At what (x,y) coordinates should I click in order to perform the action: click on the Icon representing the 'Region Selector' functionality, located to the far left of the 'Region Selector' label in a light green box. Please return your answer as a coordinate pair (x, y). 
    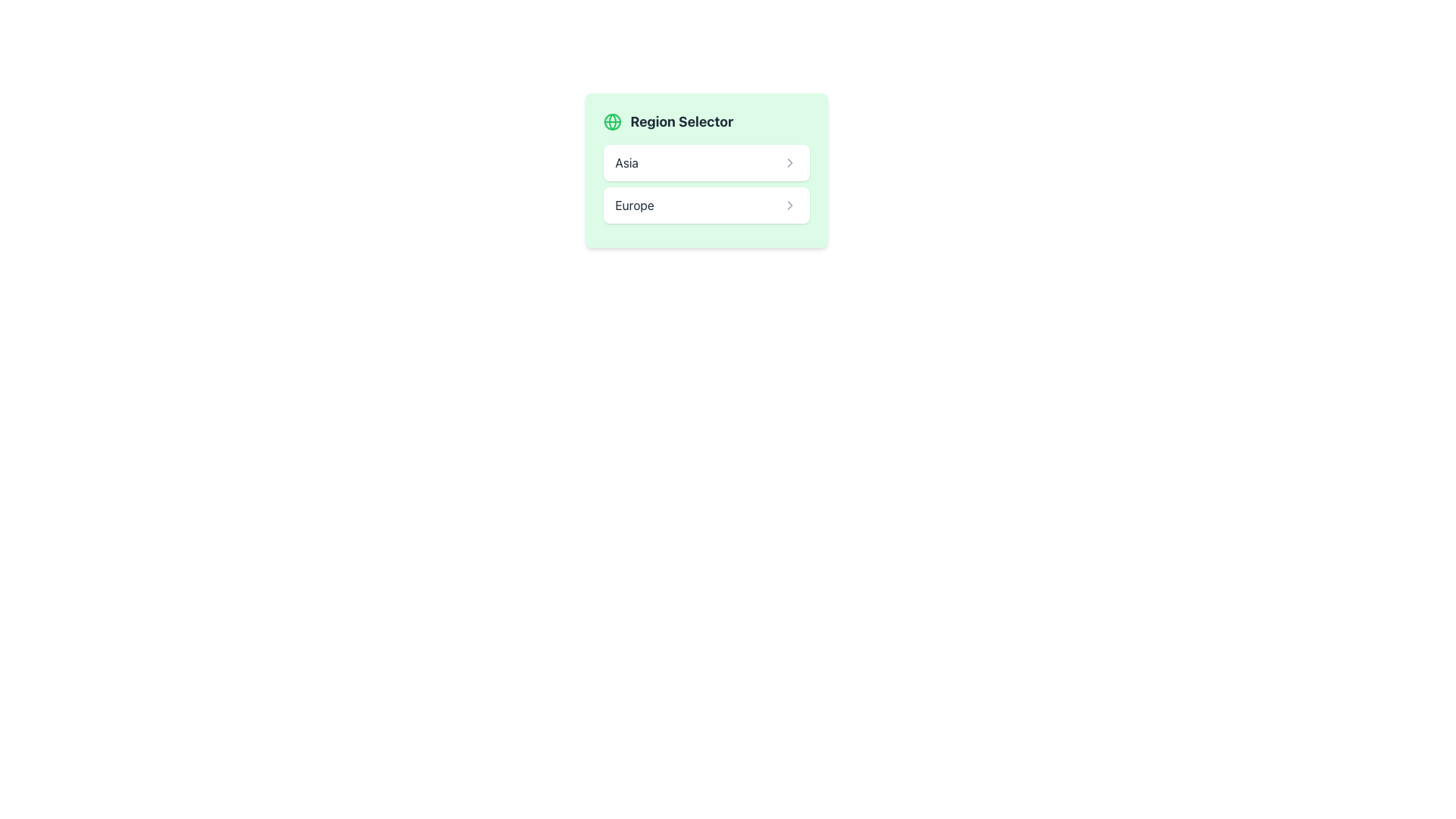
    Looking at the image, I should click on (612, 121).